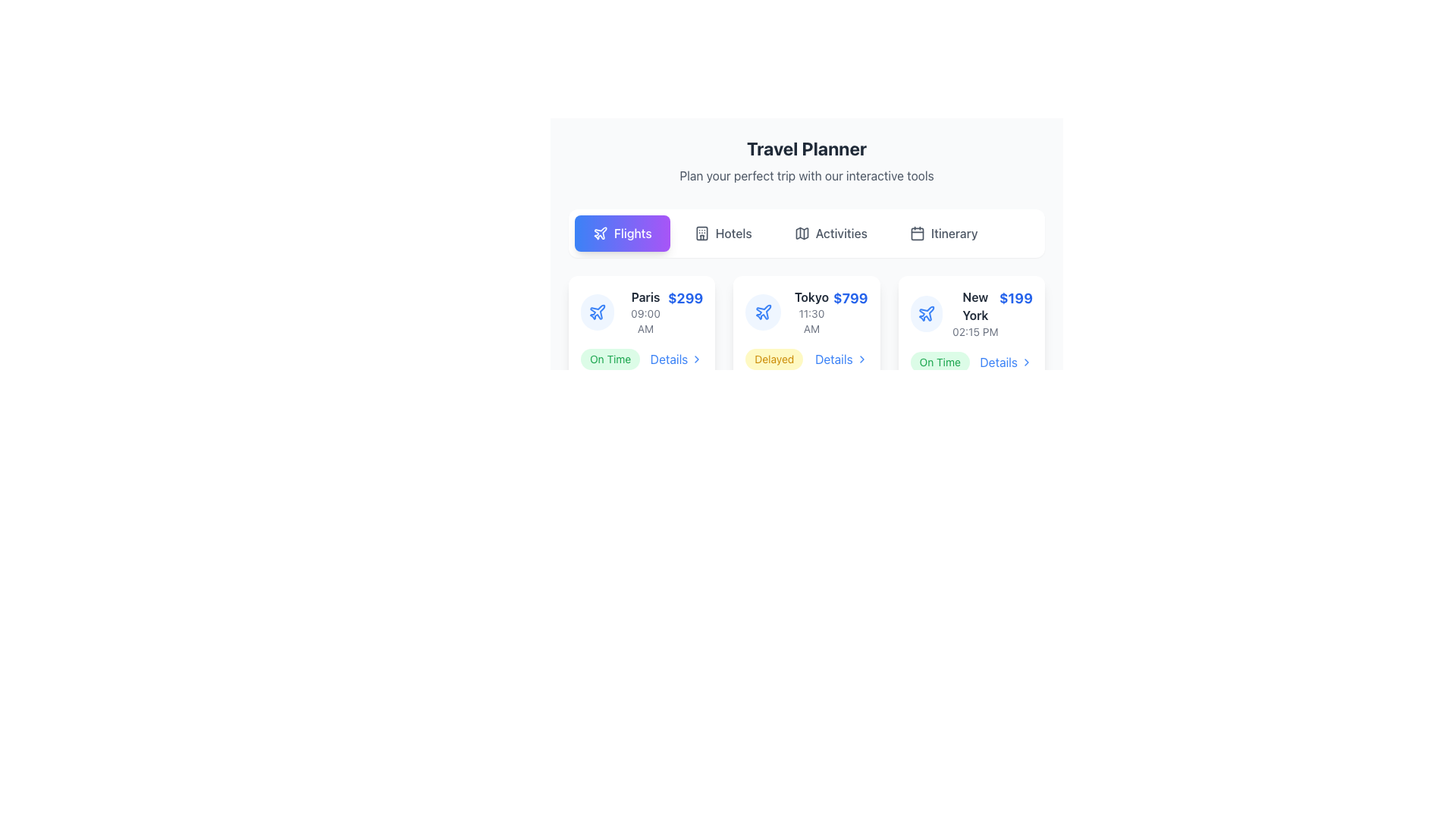 The width and height of the screenshot is (1456, 819). Describe the element at coordinates (975, 331) in the screenshot. I see `the text label displaying '02:15 PM' in light gray font, located in the third card under the 'Flights' section, between 'New York' and 'On Time'` at that location.